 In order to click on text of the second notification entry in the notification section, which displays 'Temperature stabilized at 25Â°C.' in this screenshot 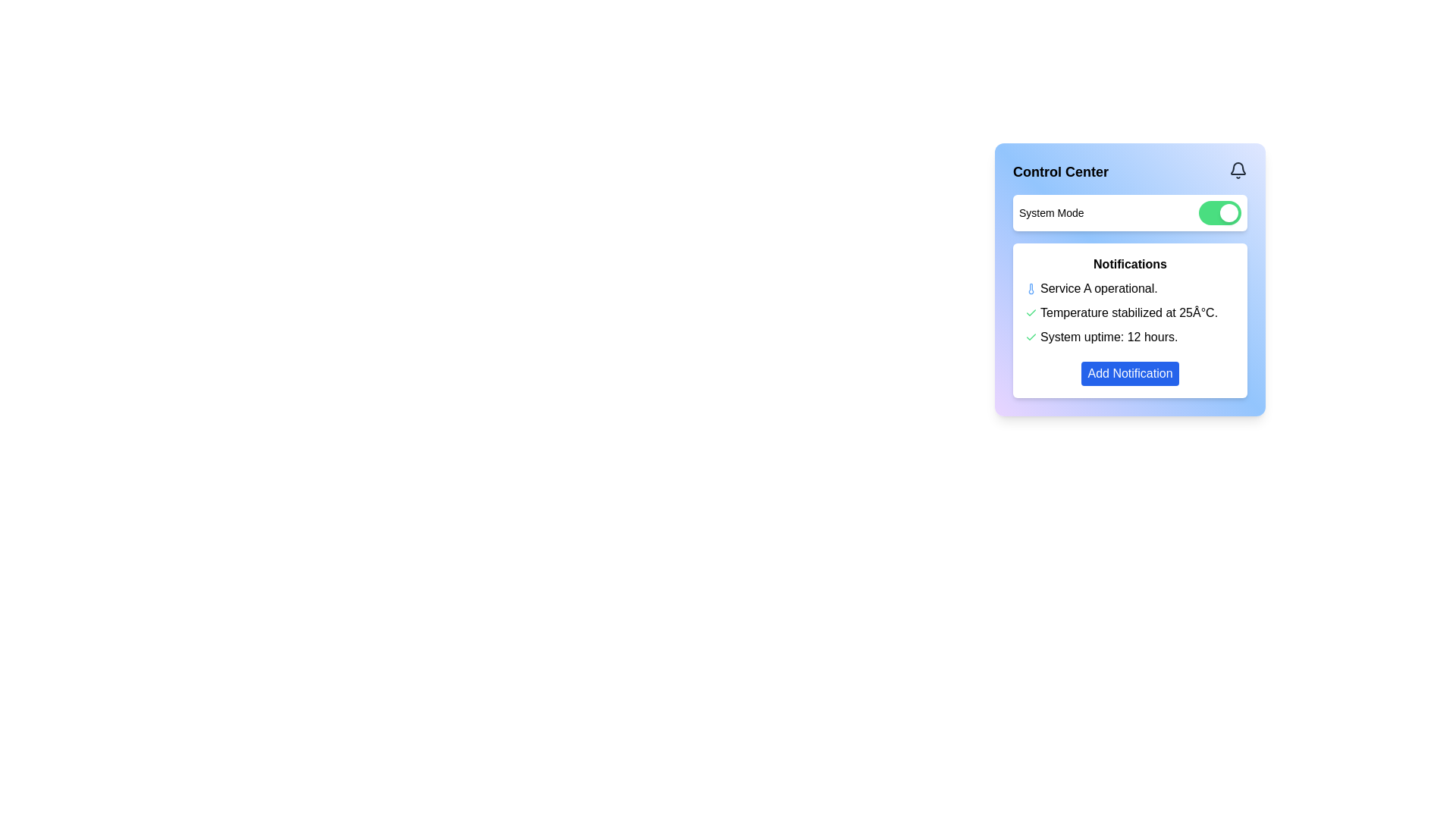, I will do `click(1130, 312)`.